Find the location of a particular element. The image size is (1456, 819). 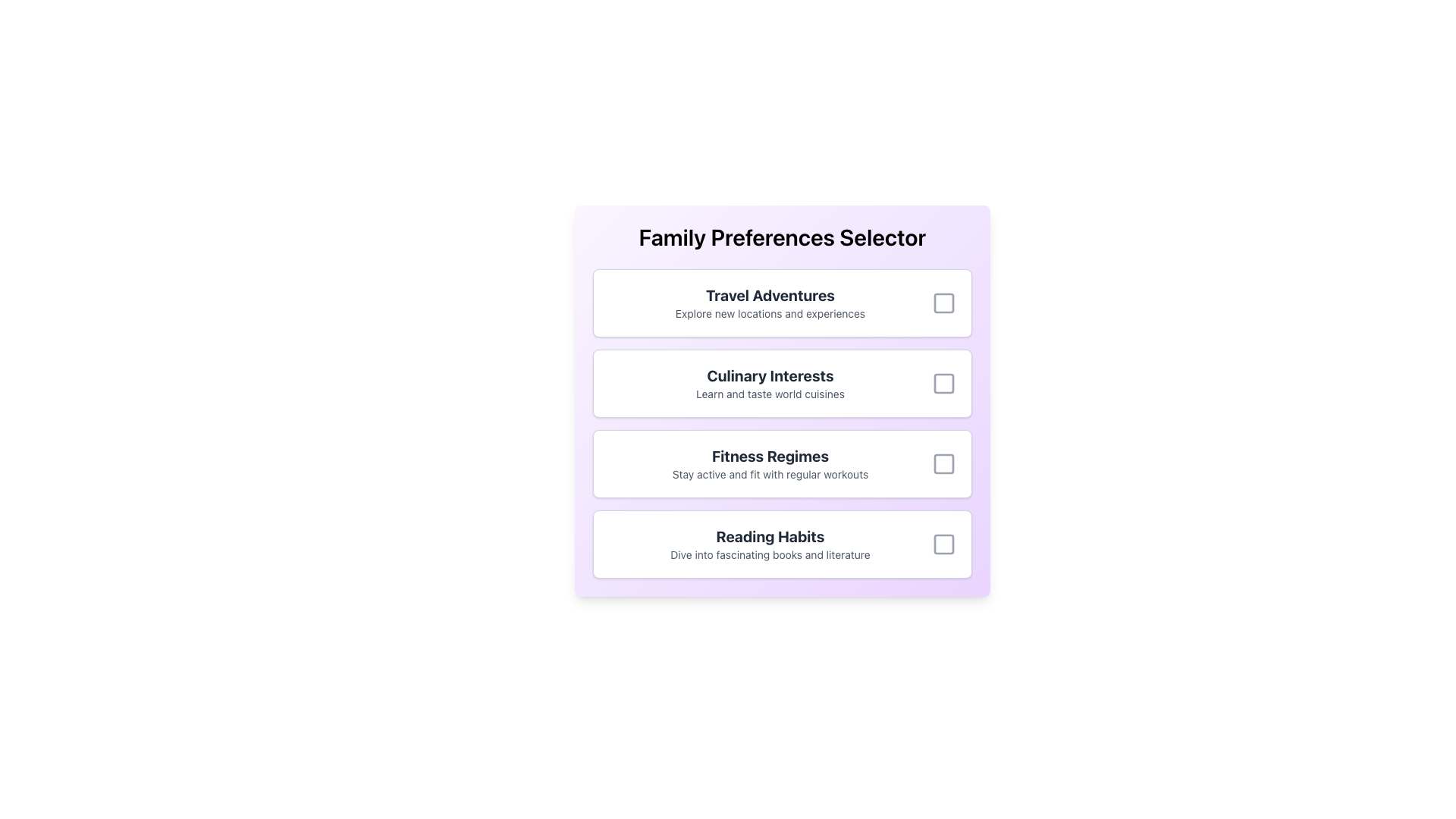

the checkbox for 'Culinary Interests' to enable keyboard interaction is located at coordinates (943, 382).